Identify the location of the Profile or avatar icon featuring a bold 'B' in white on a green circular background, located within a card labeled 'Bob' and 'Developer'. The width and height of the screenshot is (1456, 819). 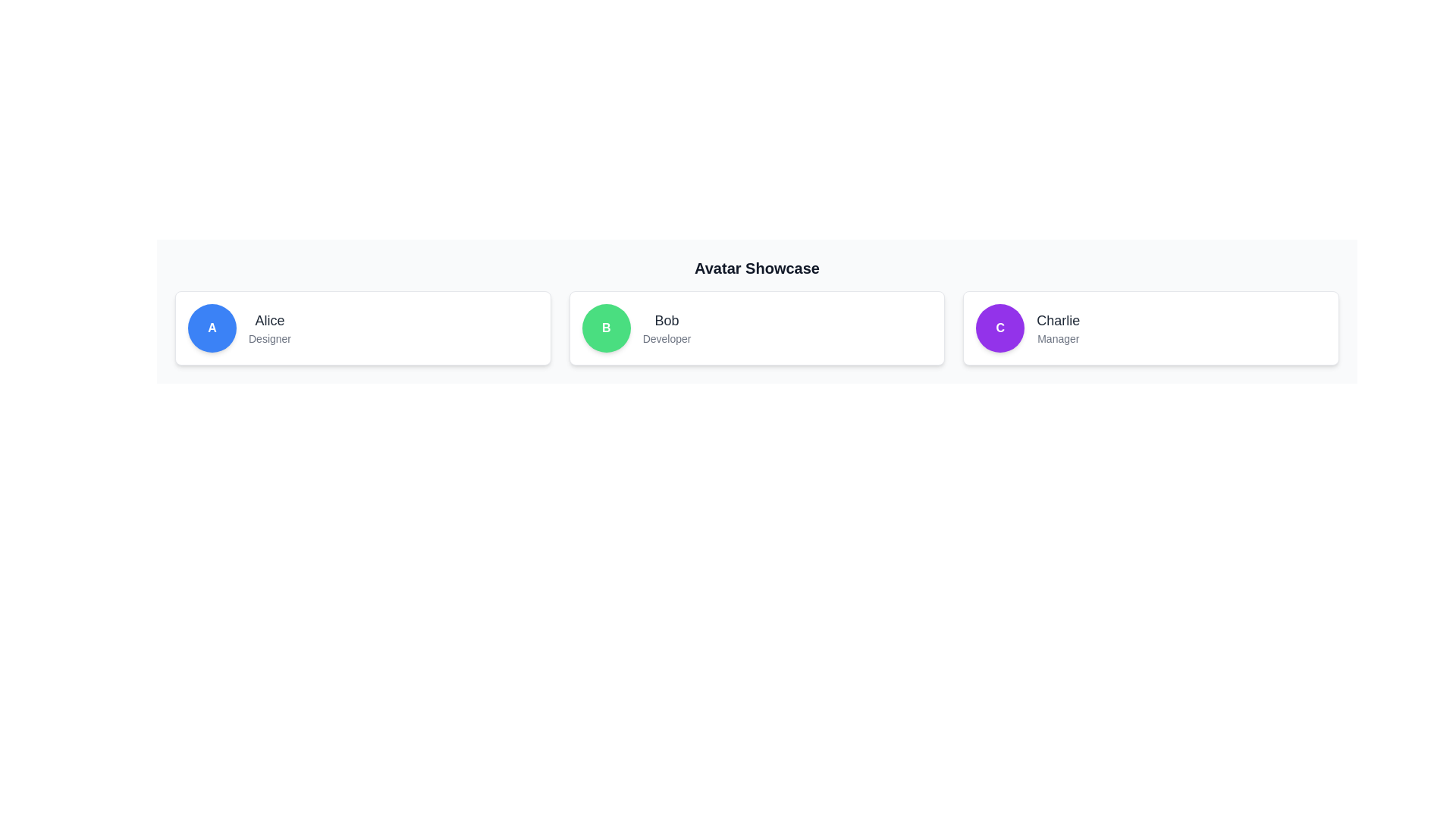
(605, 327).